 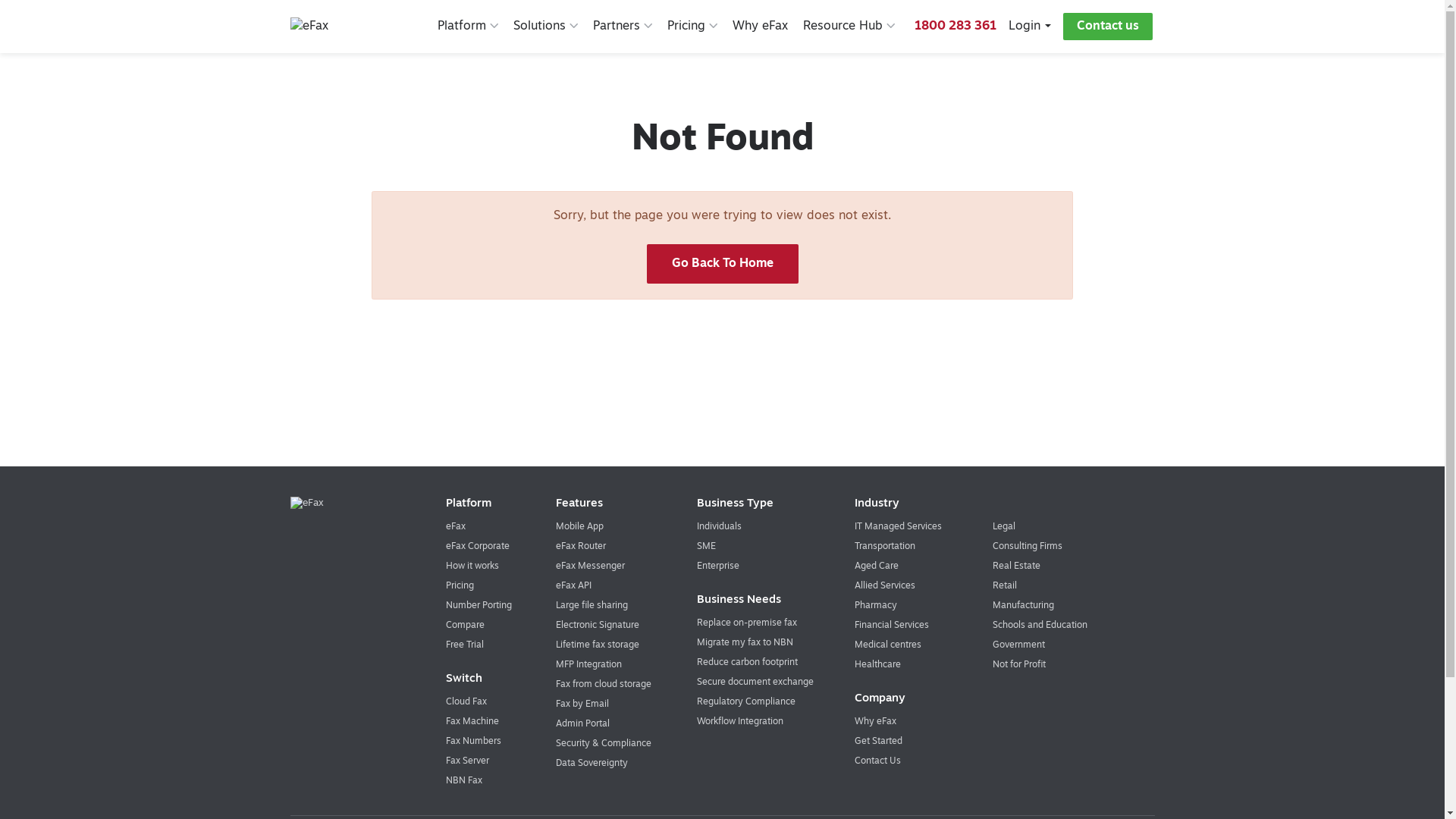 What do you see at coordinates (877, 566) in the screenshot?
I see `'Aged Care'` at bounding box center [877, 566].